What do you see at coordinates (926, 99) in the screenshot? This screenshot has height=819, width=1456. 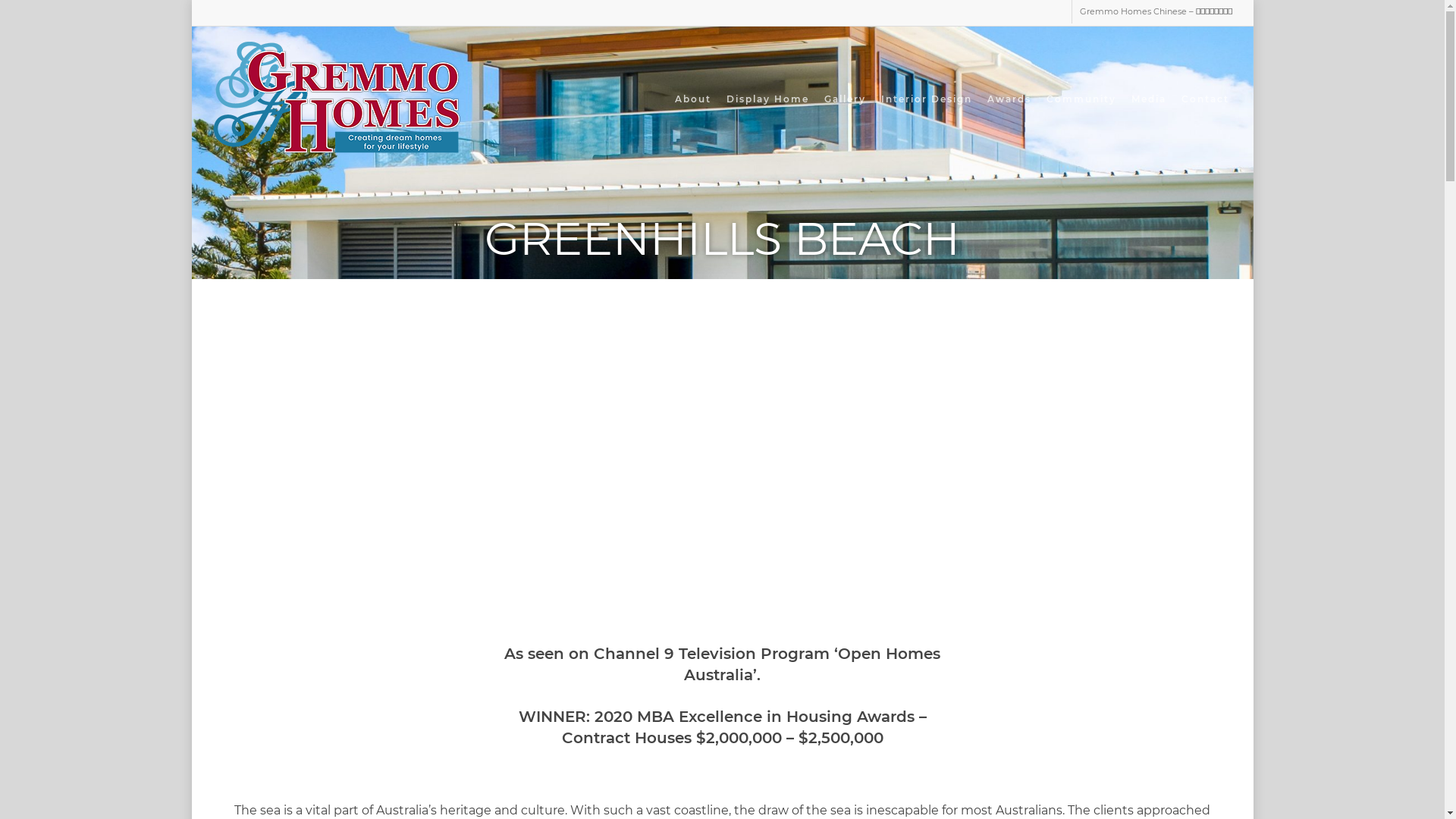 I see `'Interior Design'` at bounding box center [926, 99].